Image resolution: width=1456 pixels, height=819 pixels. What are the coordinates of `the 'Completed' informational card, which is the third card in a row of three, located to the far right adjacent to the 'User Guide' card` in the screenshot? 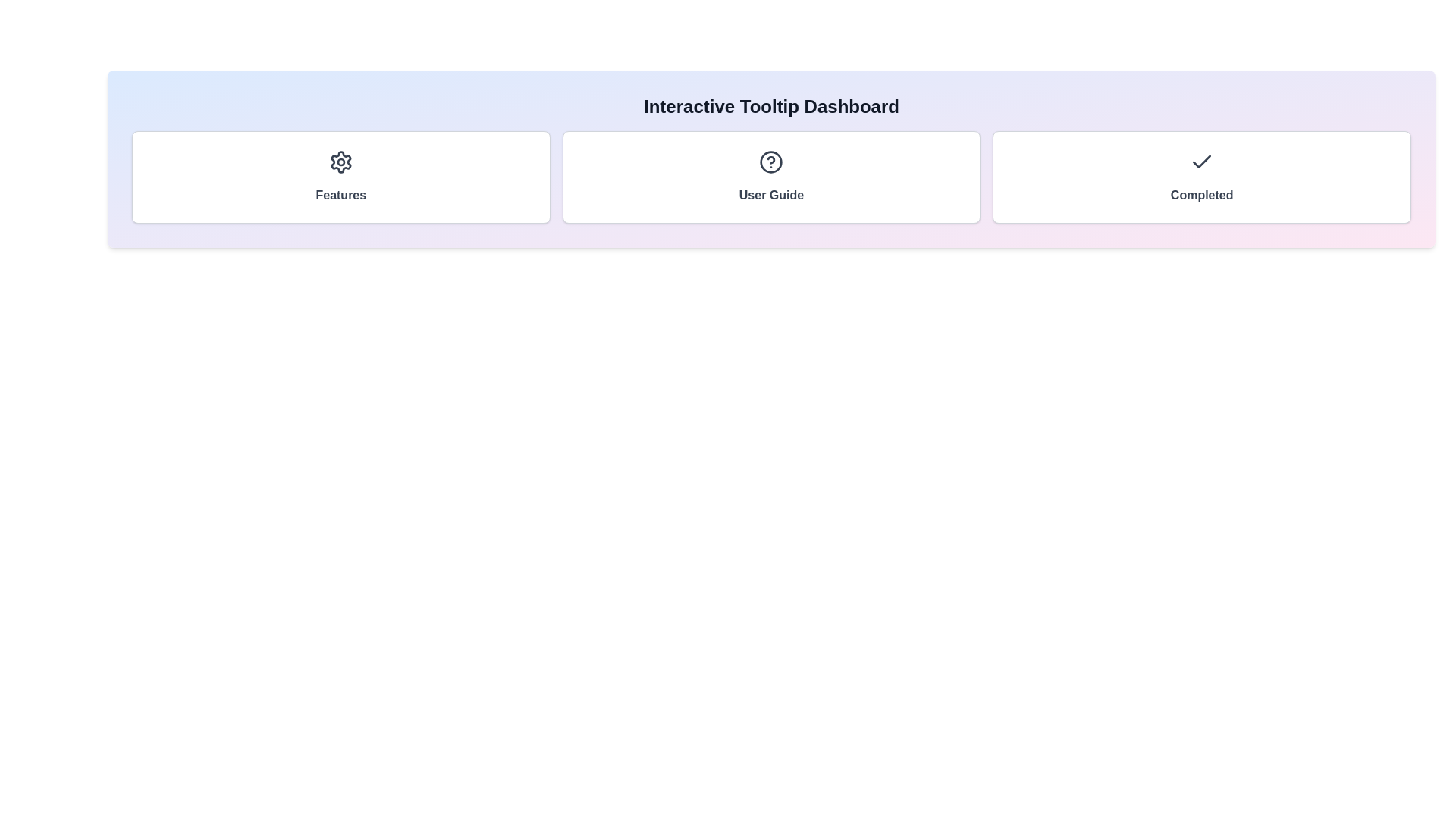 It's located at (1201, 177).